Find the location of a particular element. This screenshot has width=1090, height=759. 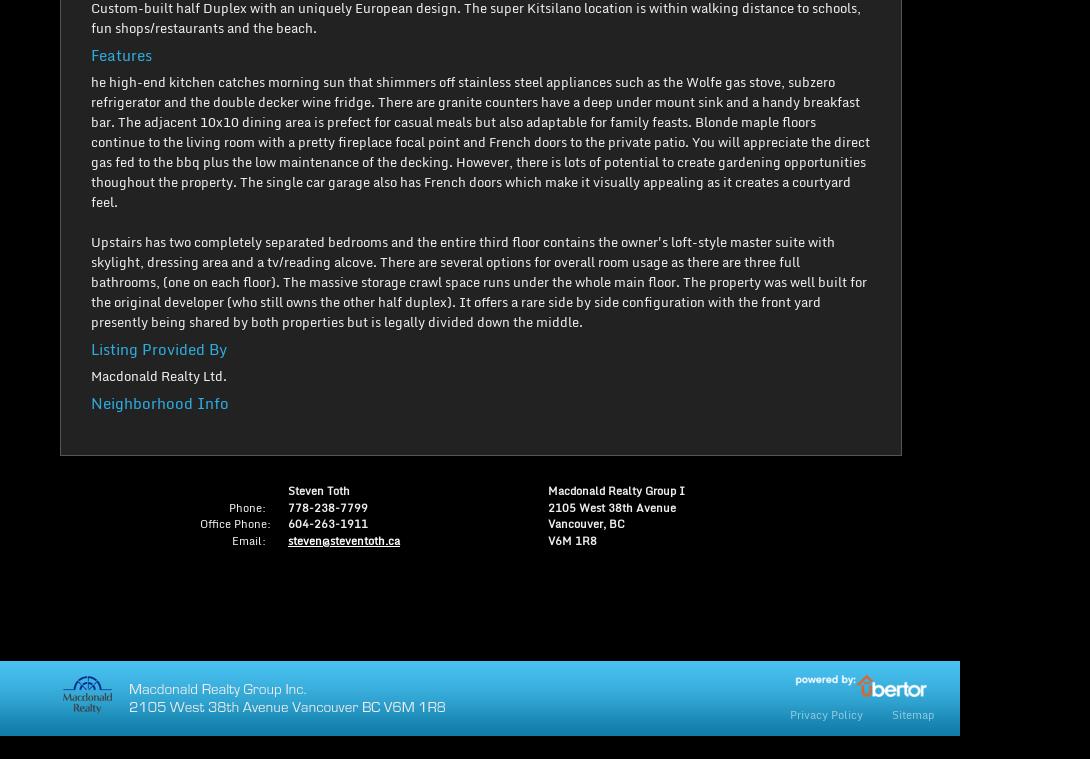

'Features' is located at coordinates (91, 54).